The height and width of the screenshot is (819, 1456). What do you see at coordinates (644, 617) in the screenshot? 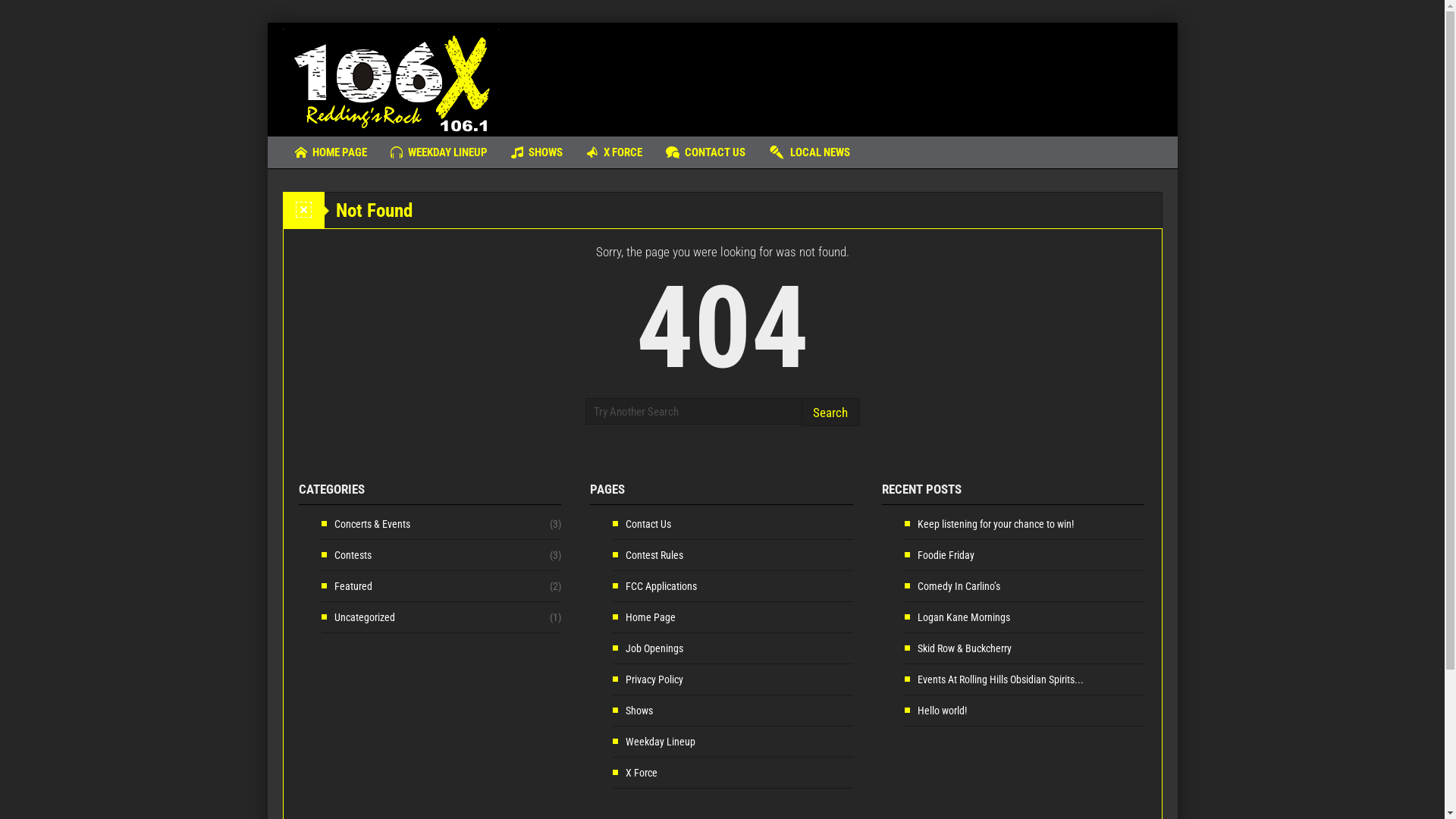
I see `'Home Page'` at bounding box center [644, 617].